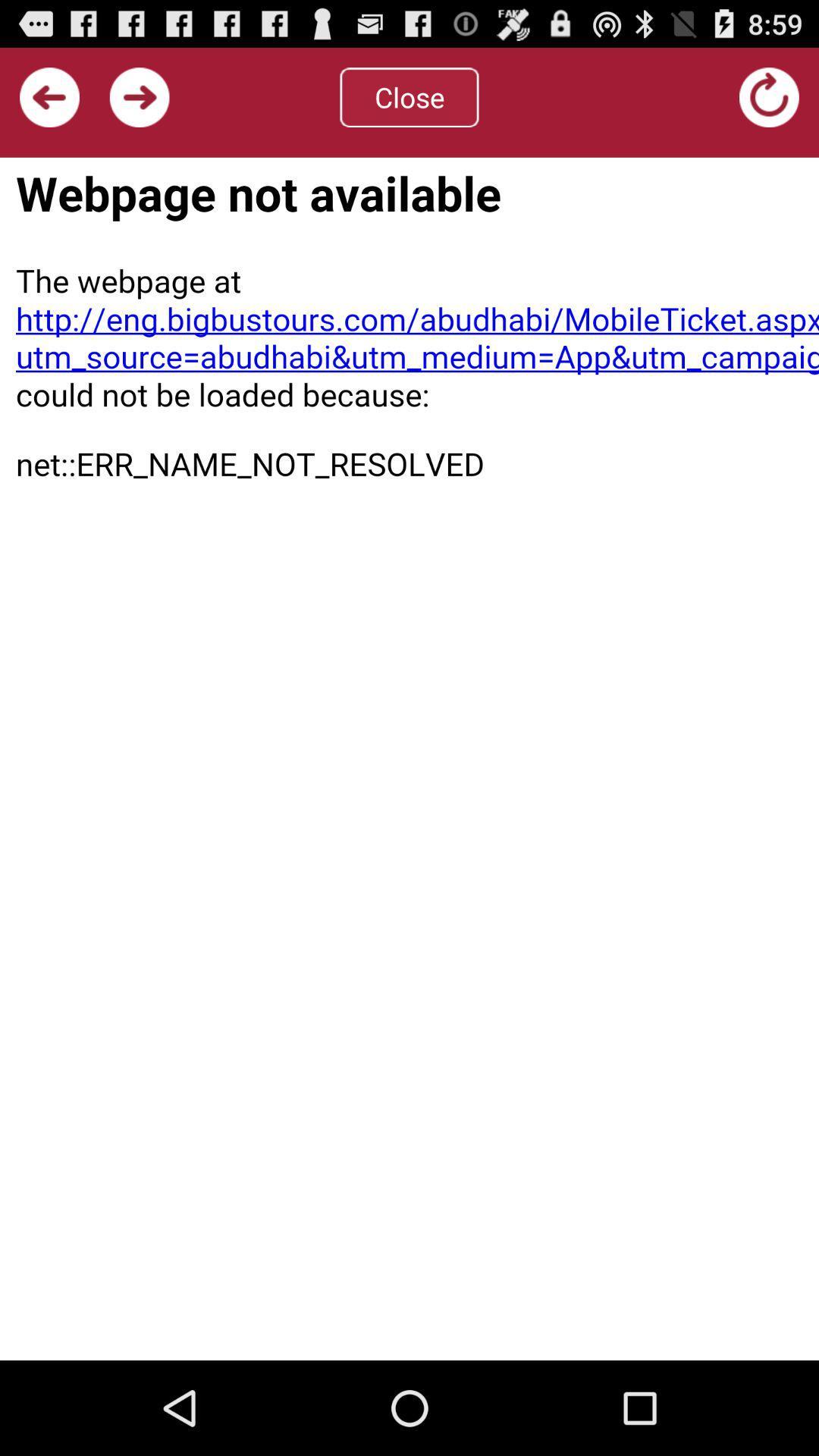  What do you see at coordinates (140, 96) in the screenshot?
I see `go forward` at bounding box center [140, 96].